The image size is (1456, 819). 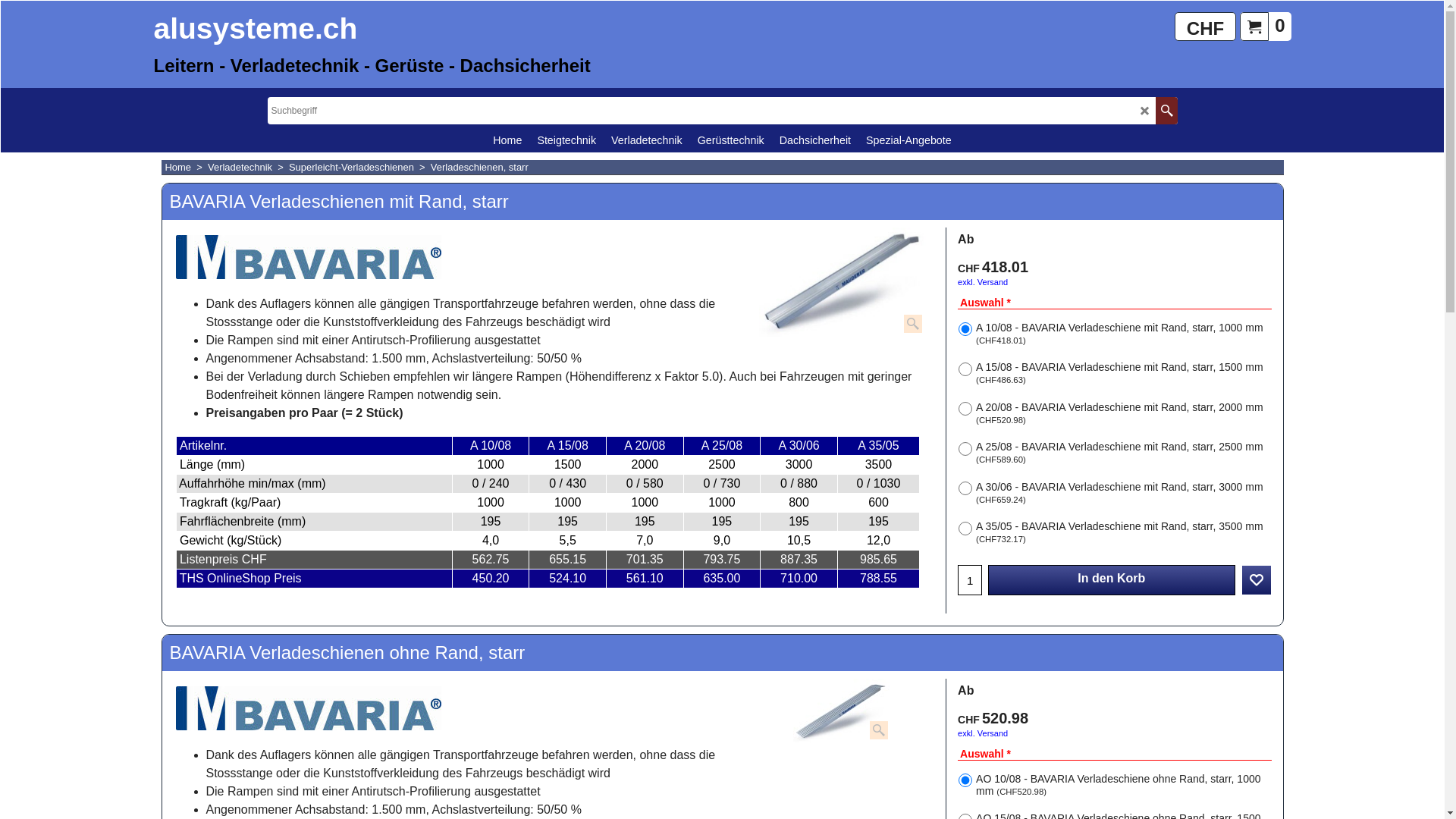 I want to click on 'Home  > ', so click(x=165, y=167).